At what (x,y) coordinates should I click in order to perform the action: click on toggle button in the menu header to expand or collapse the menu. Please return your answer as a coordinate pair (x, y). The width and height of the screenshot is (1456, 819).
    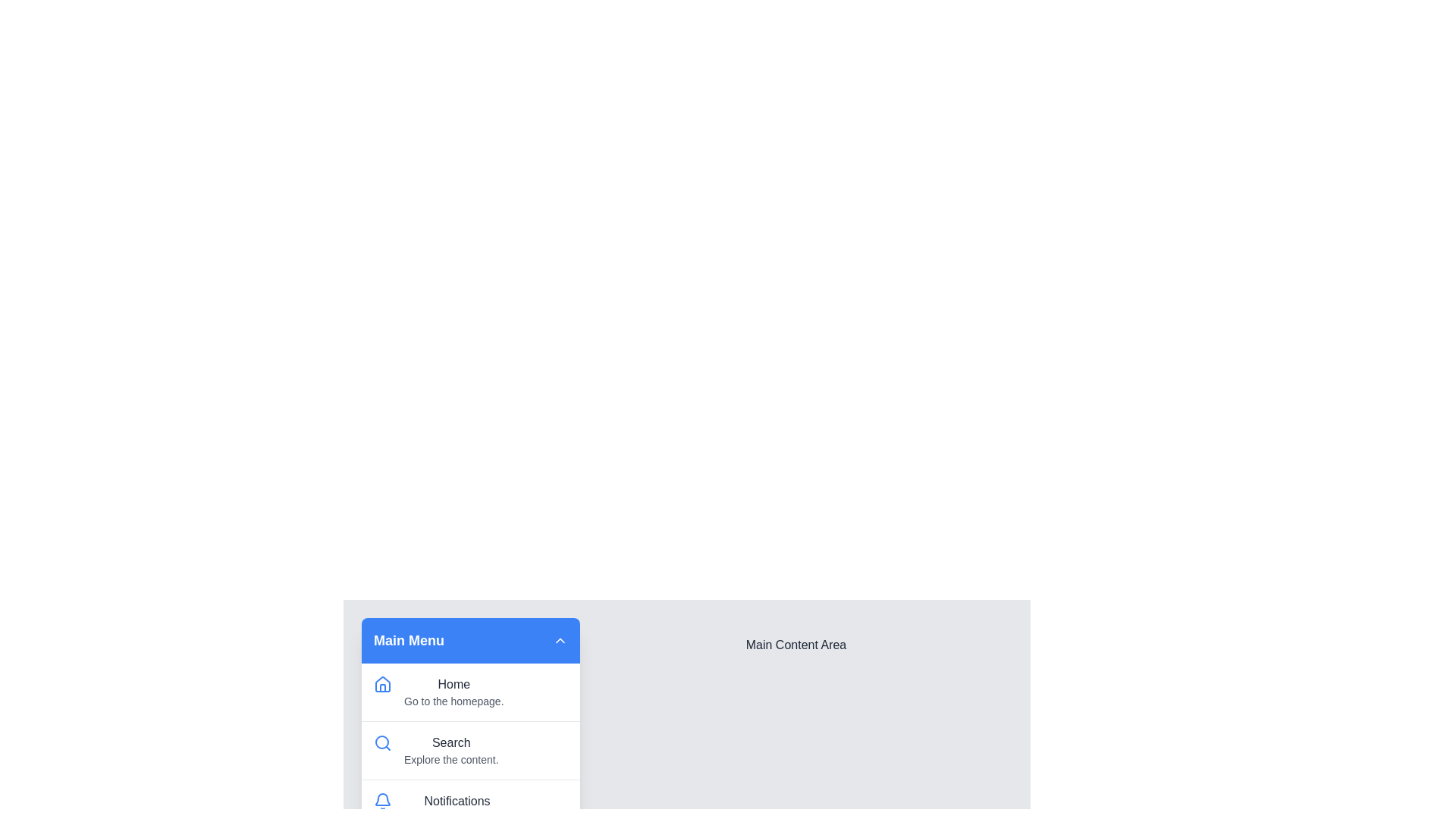
    Looking at the image, I should click on (560, 640).